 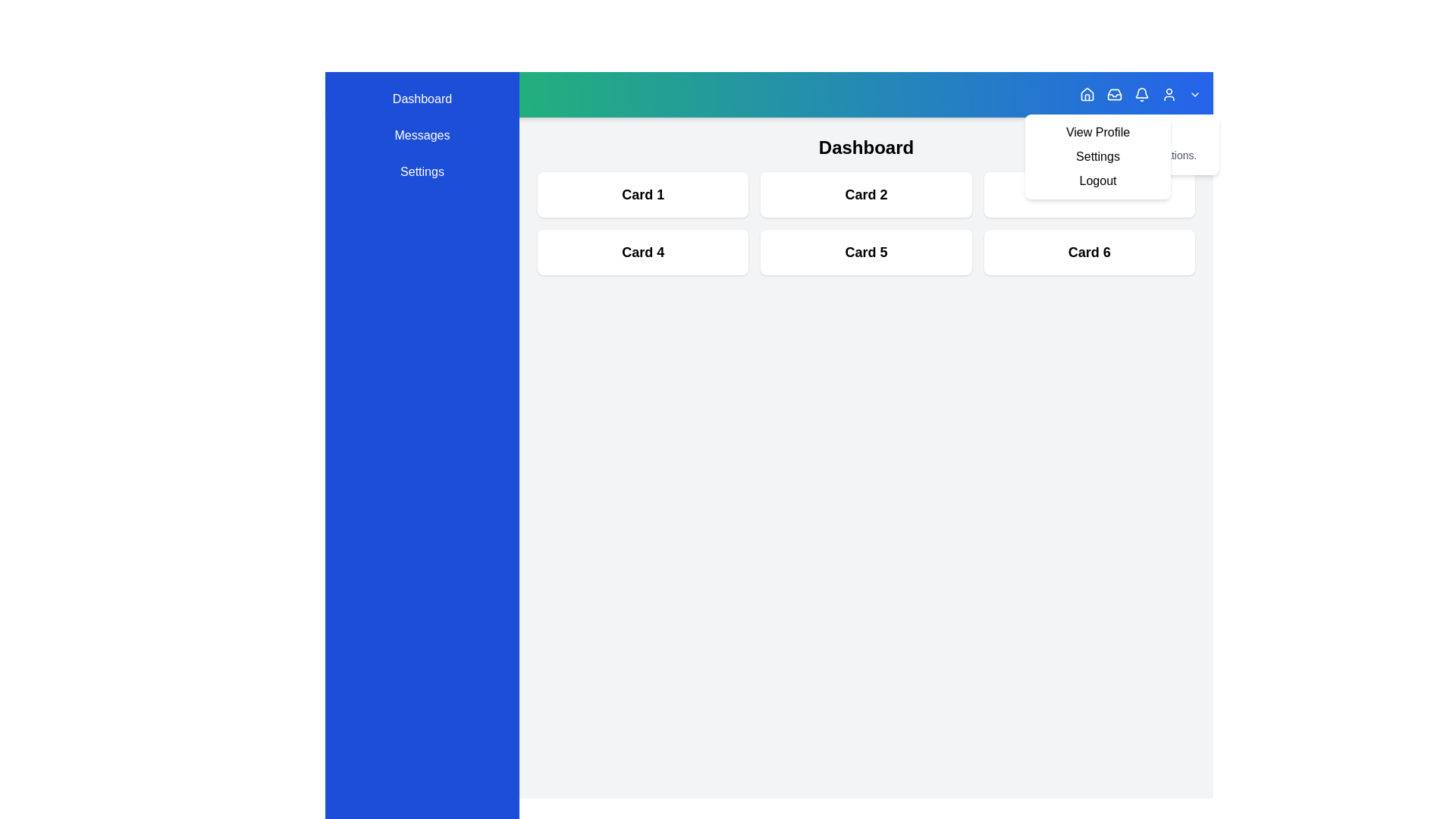 I want to click on the Static text element displaying 'Card 5', which is centrally located in the second row, middle column of a grid of six cards, so click(x=866, y=251).